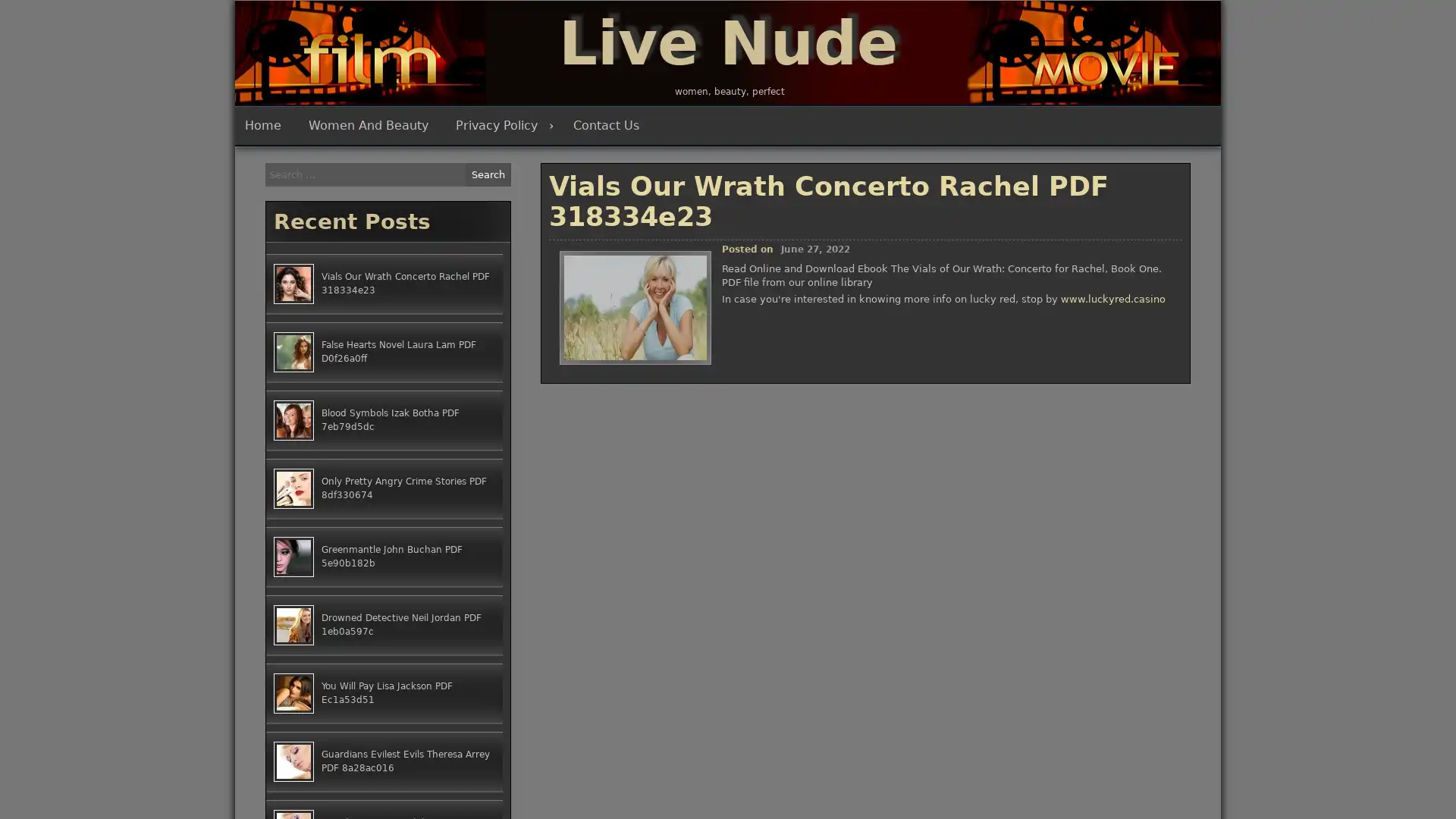 Image resolution: width=1456 pixels, height=819 pixels. Describe the element at coordinates (488, 174) in the screenshot. I see `Search` at that location.